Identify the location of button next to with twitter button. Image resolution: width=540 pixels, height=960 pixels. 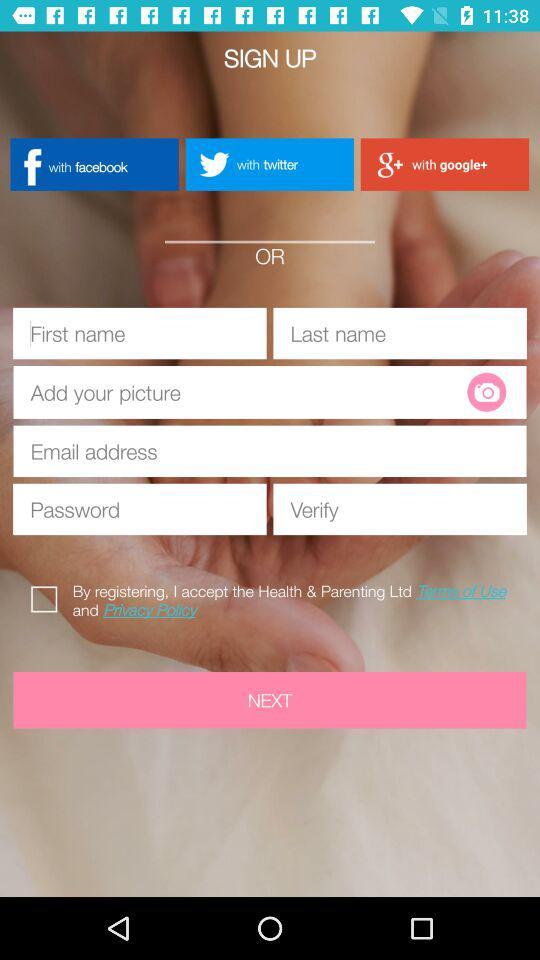
(93, 163).